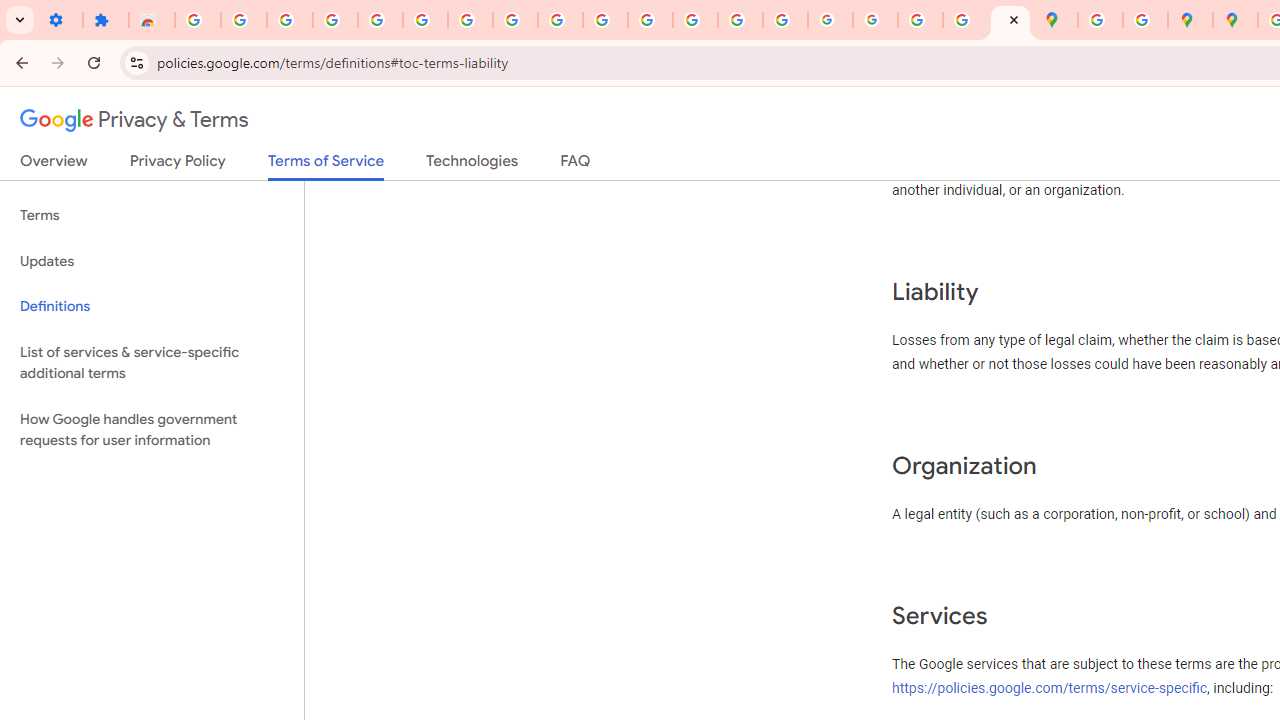 The height and width of the screenshot is (720, 1280). I want to click on 'Overview', so click(54, 164).